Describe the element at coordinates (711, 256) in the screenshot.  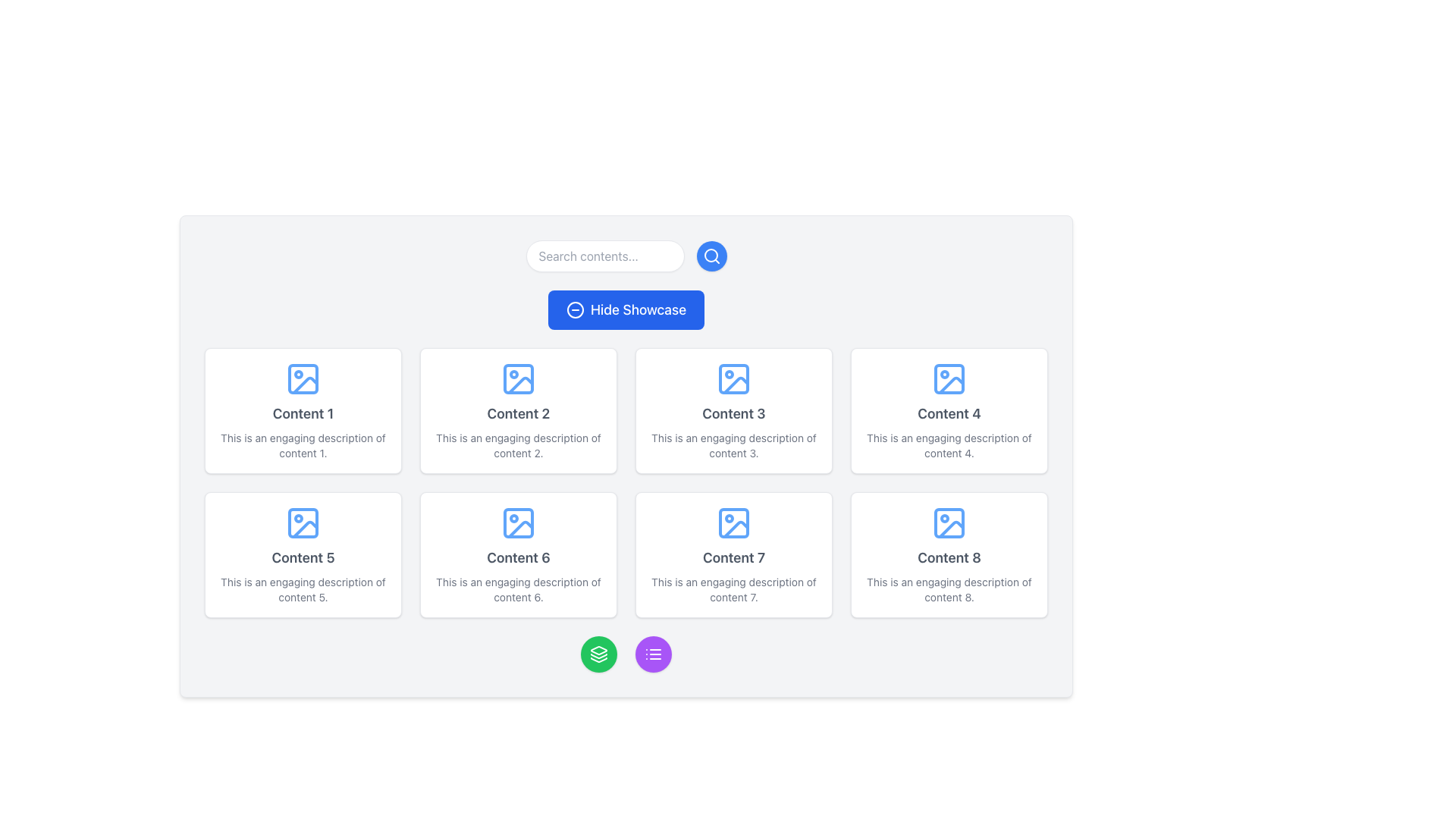
I see `the search button located to the right of the search input field` at that location.